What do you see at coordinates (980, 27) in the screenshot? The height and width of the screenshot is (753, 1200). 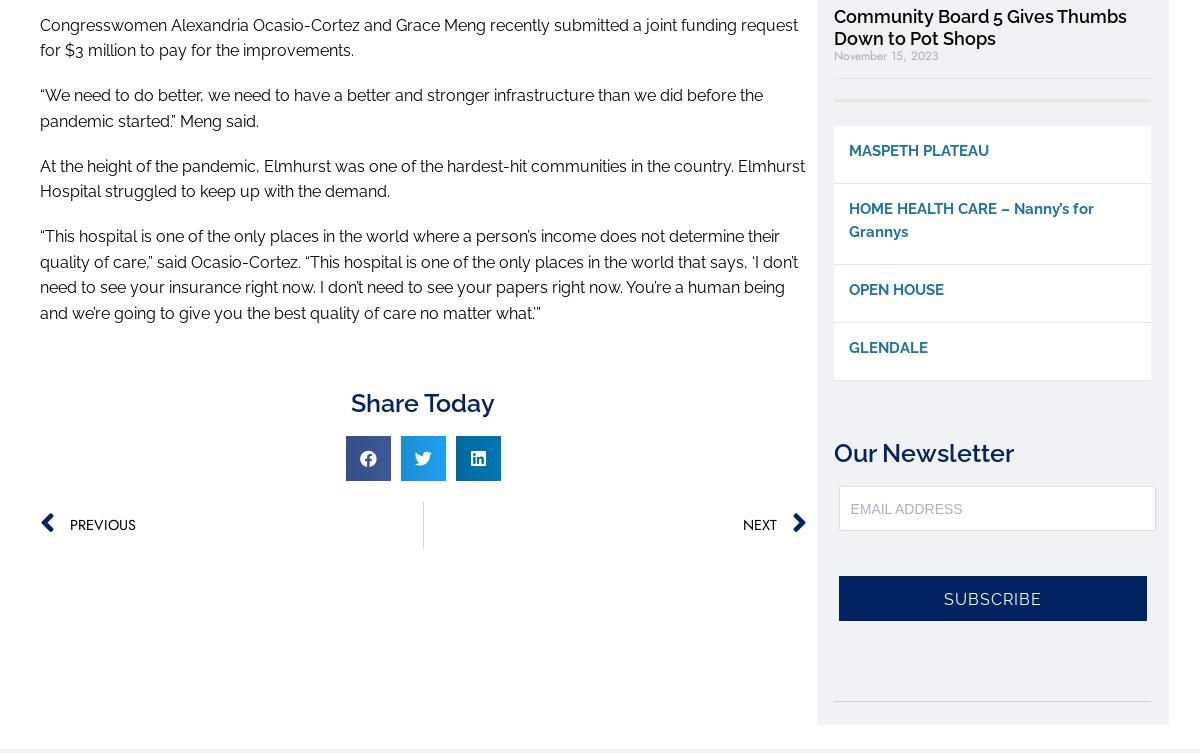 I see `'Community Board 5 Gives Thumbs Down to Pot Shops'` at bounding box center [980, 27].